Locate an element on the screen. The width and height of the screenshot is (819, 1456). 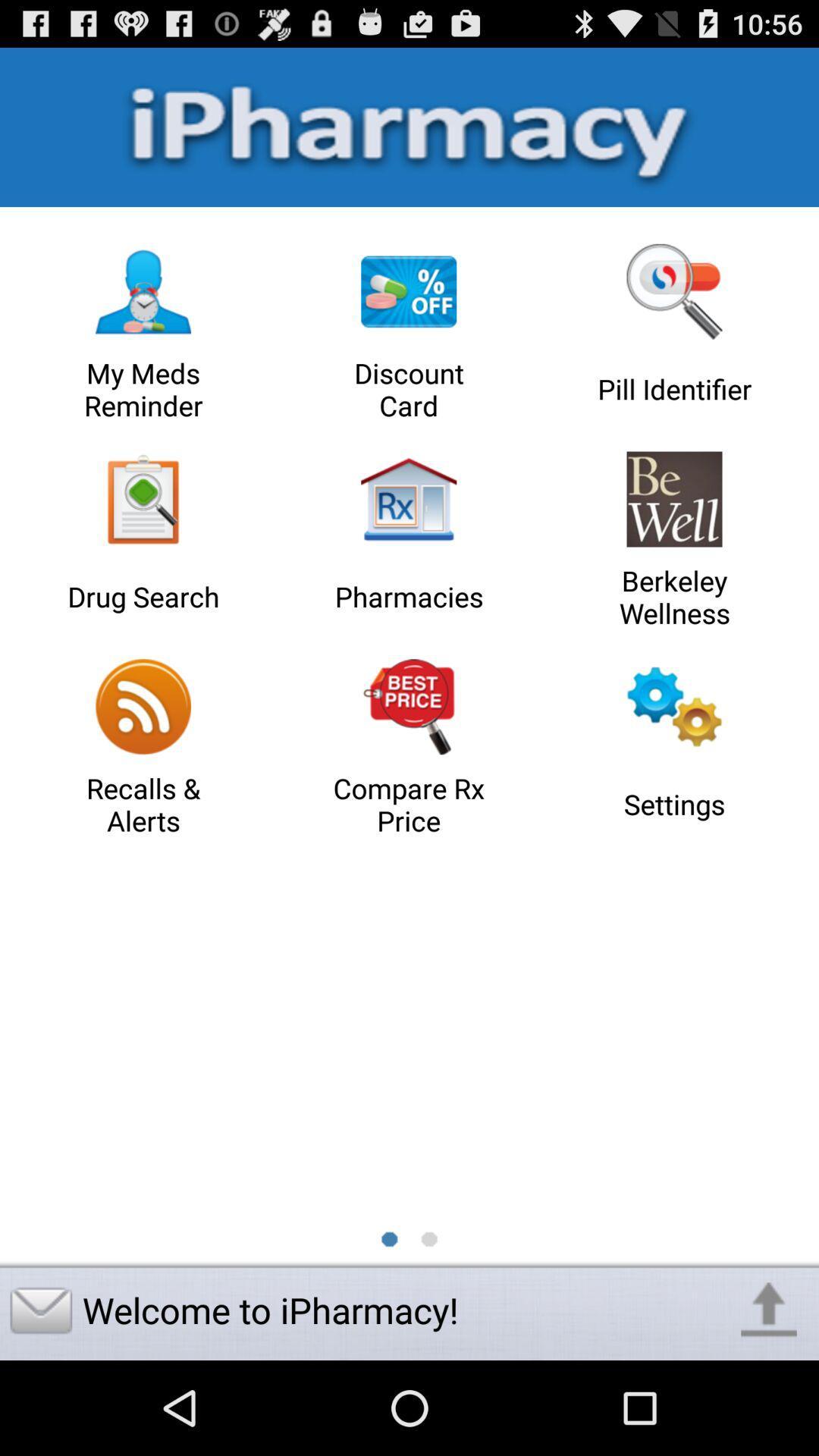
the arrow_upward icon is located at coordinates (769, 1401).